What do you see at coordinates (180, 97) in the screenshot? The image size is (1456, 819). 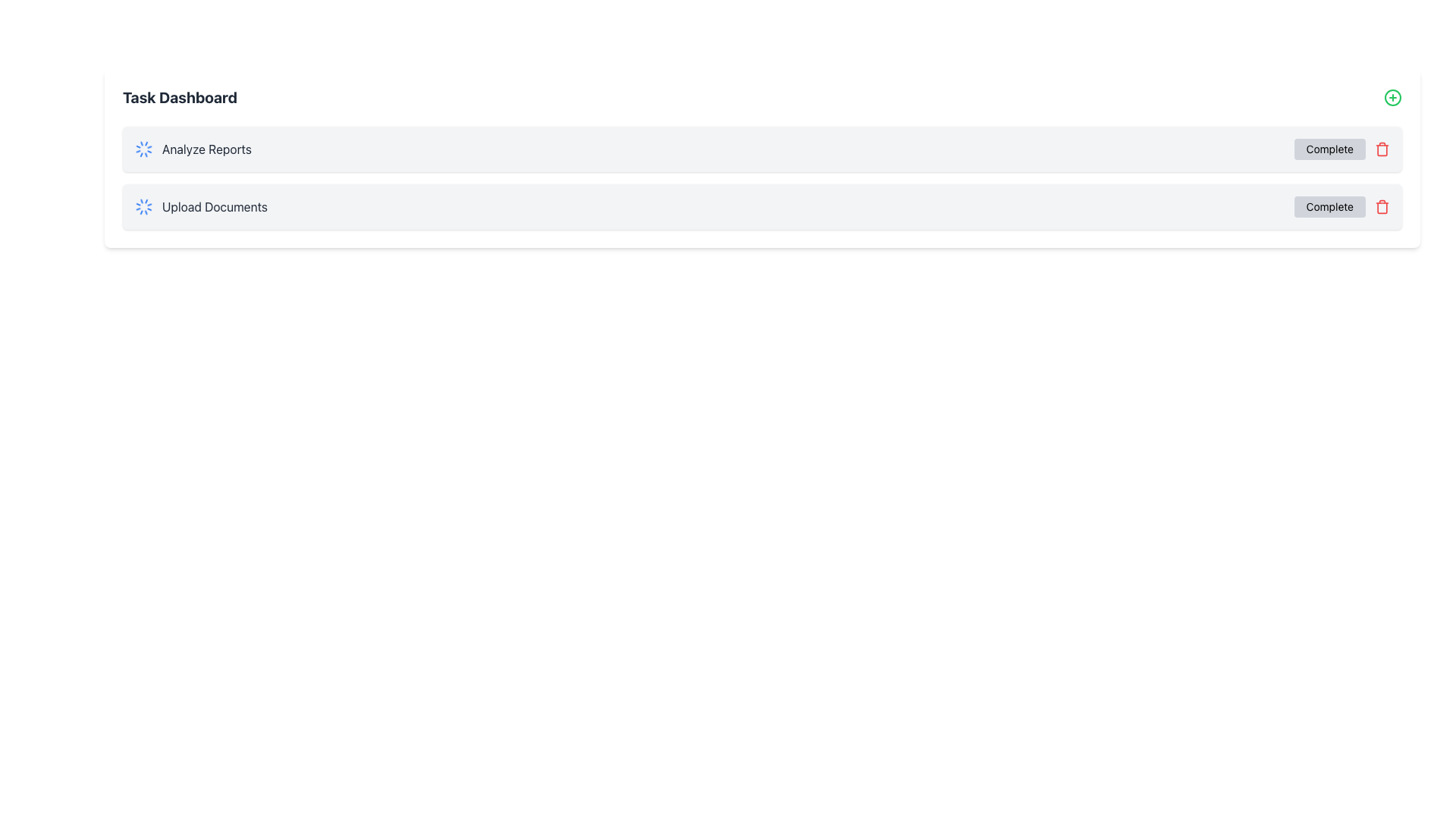 I see `the Text Label that serves as the heading or title for the task dashboard, located at the leftmost part of the layout, above elements like 'Analyze Reports' and 'Upload Documents'` at bounding box center [180, 97].